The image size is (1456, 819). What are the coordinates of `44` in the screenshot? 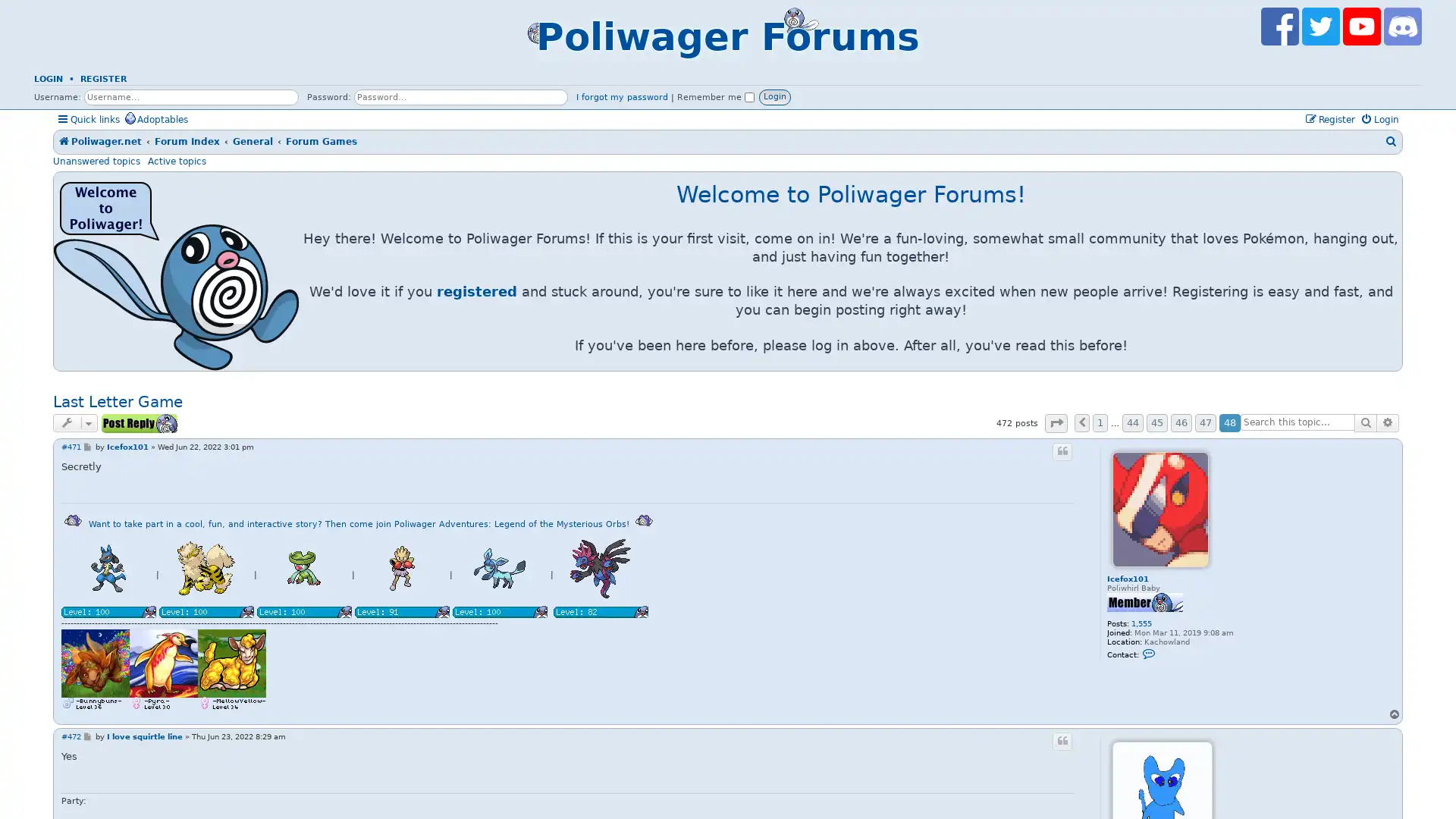 It's located at (1132, 423).